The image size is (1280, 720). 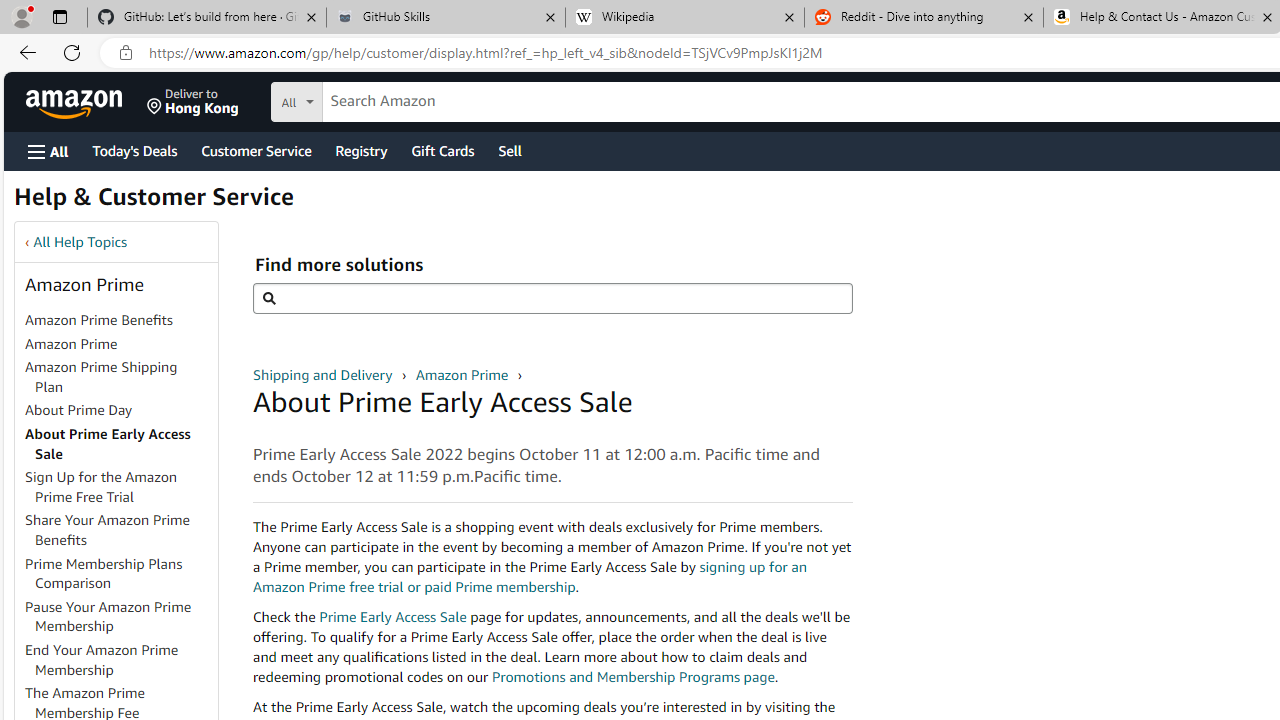 I want to click on 'Customer Service', so click(x=255, y=149).